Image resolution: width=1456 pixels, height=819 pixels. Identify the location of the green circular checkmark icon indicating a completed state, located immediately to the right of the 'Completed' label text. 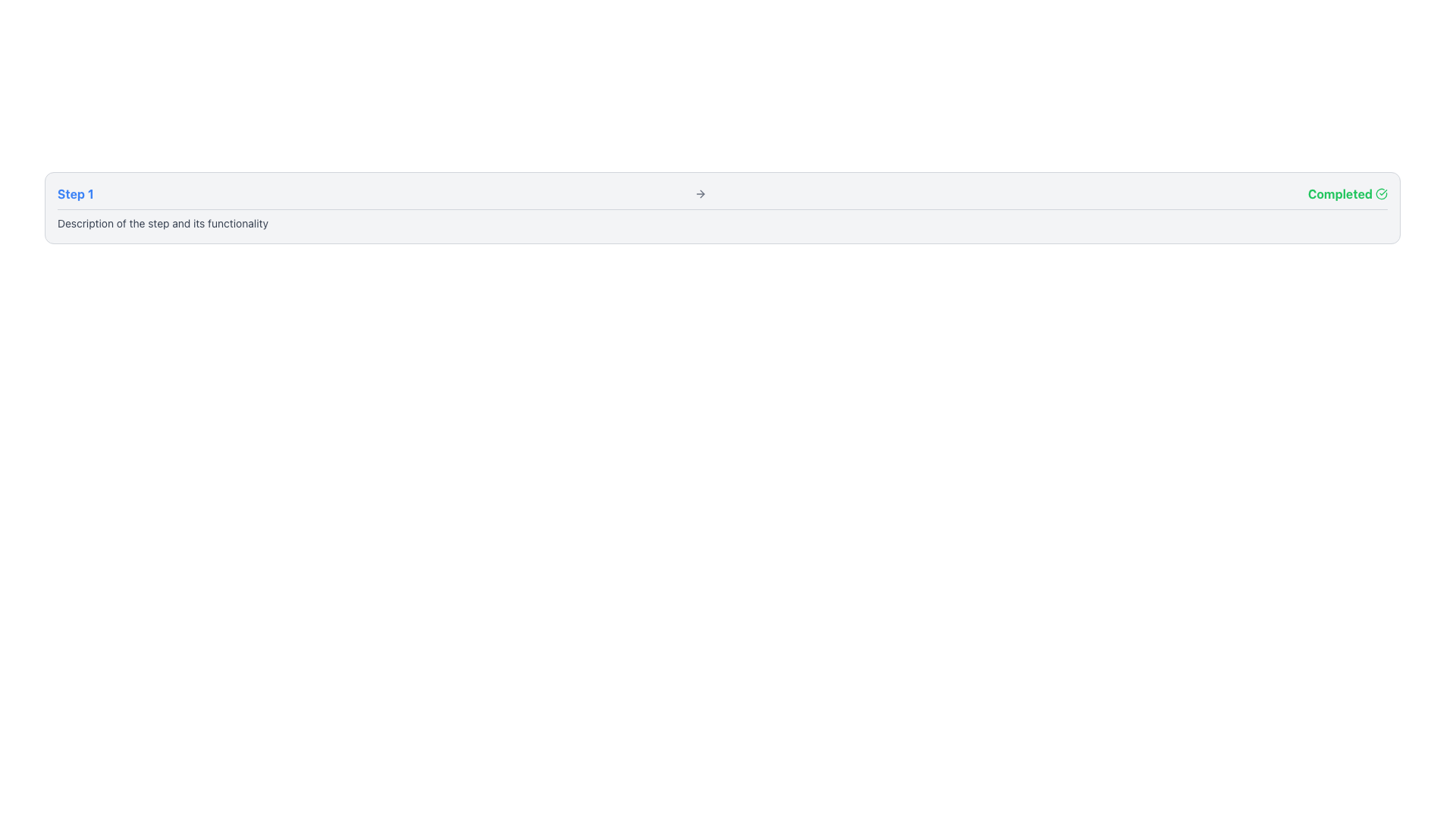
(1381, 193).